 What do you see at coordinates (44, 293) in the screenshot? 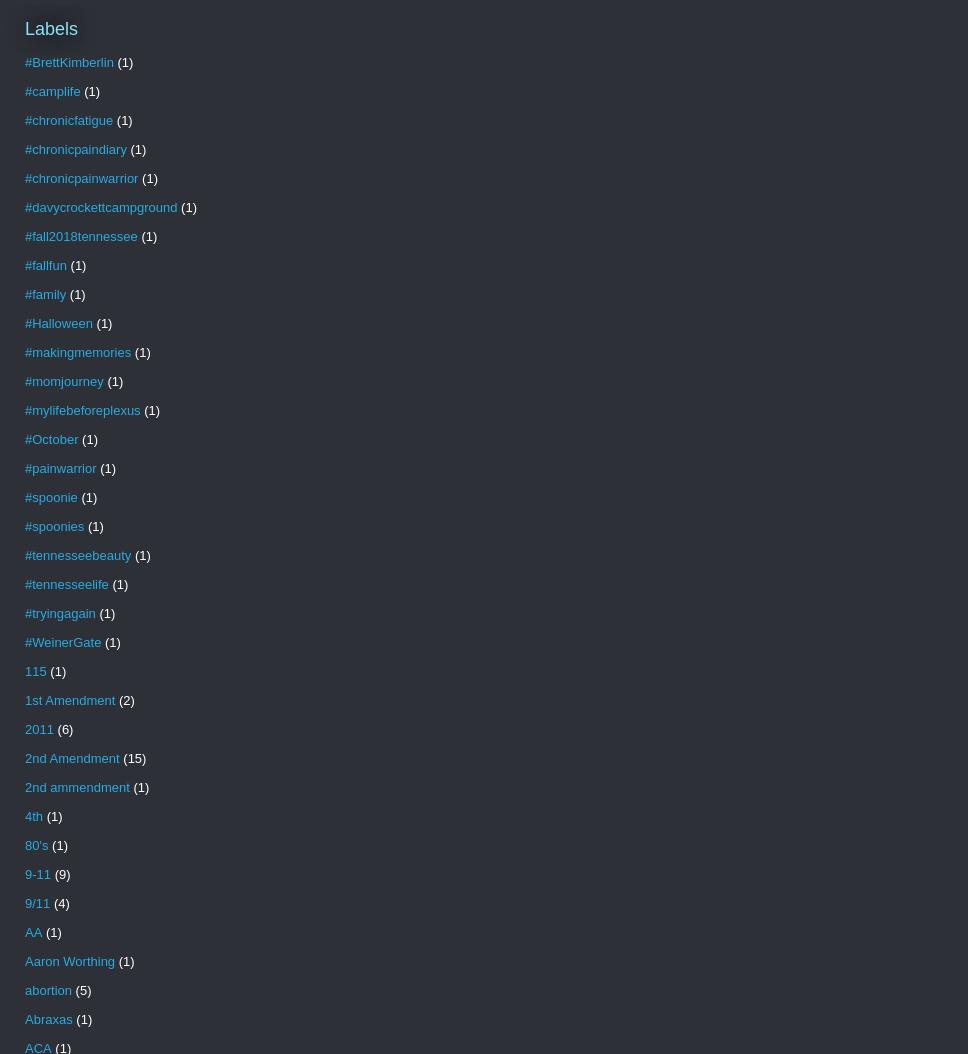
I see `'#family'` at bounding box center [44, 293].